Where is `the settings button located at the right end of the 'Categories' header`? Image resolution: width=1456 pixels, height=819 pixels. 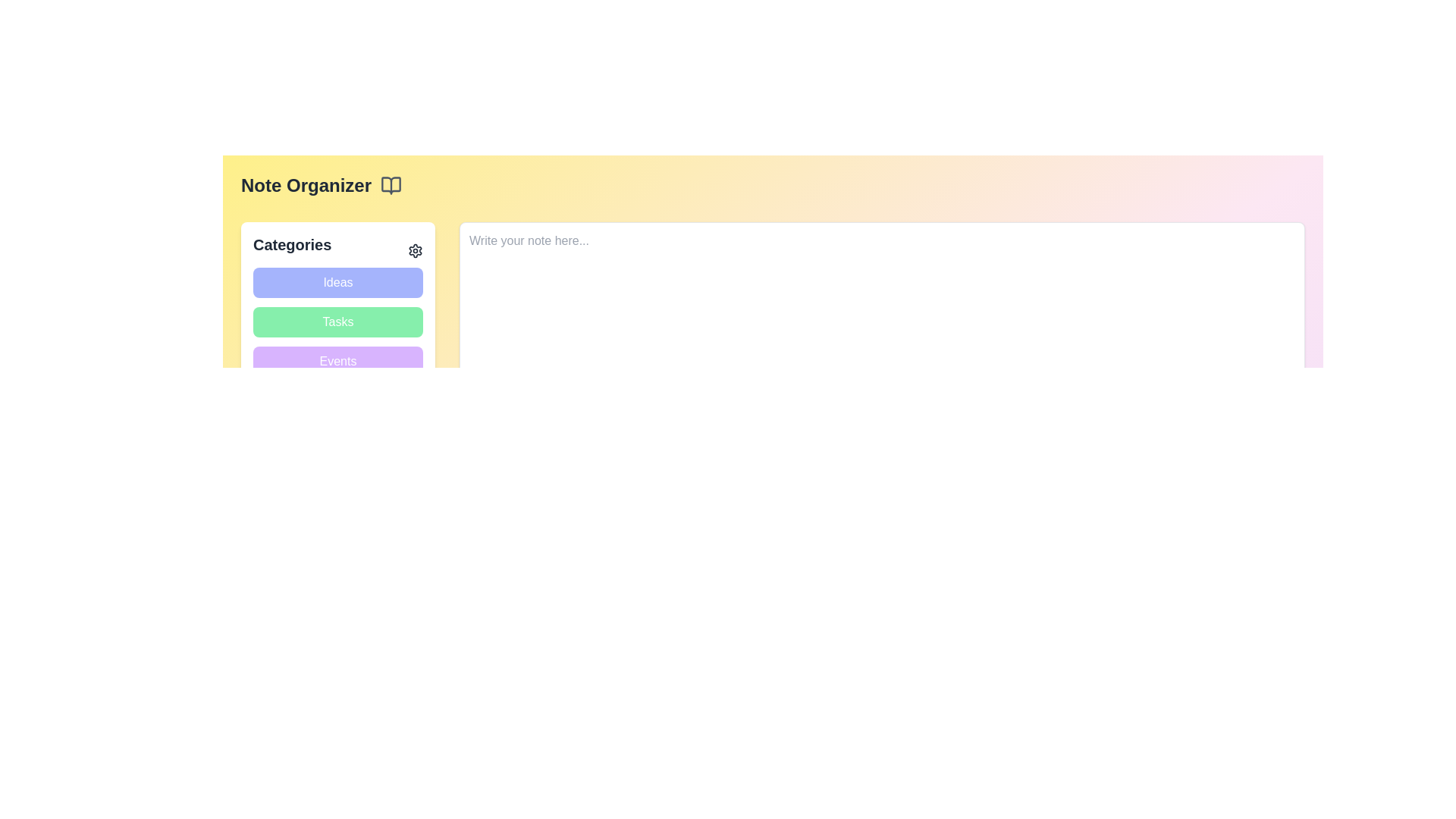
the settings button located at the right end of the 'Categories' header is located at coordinates (415, 250).